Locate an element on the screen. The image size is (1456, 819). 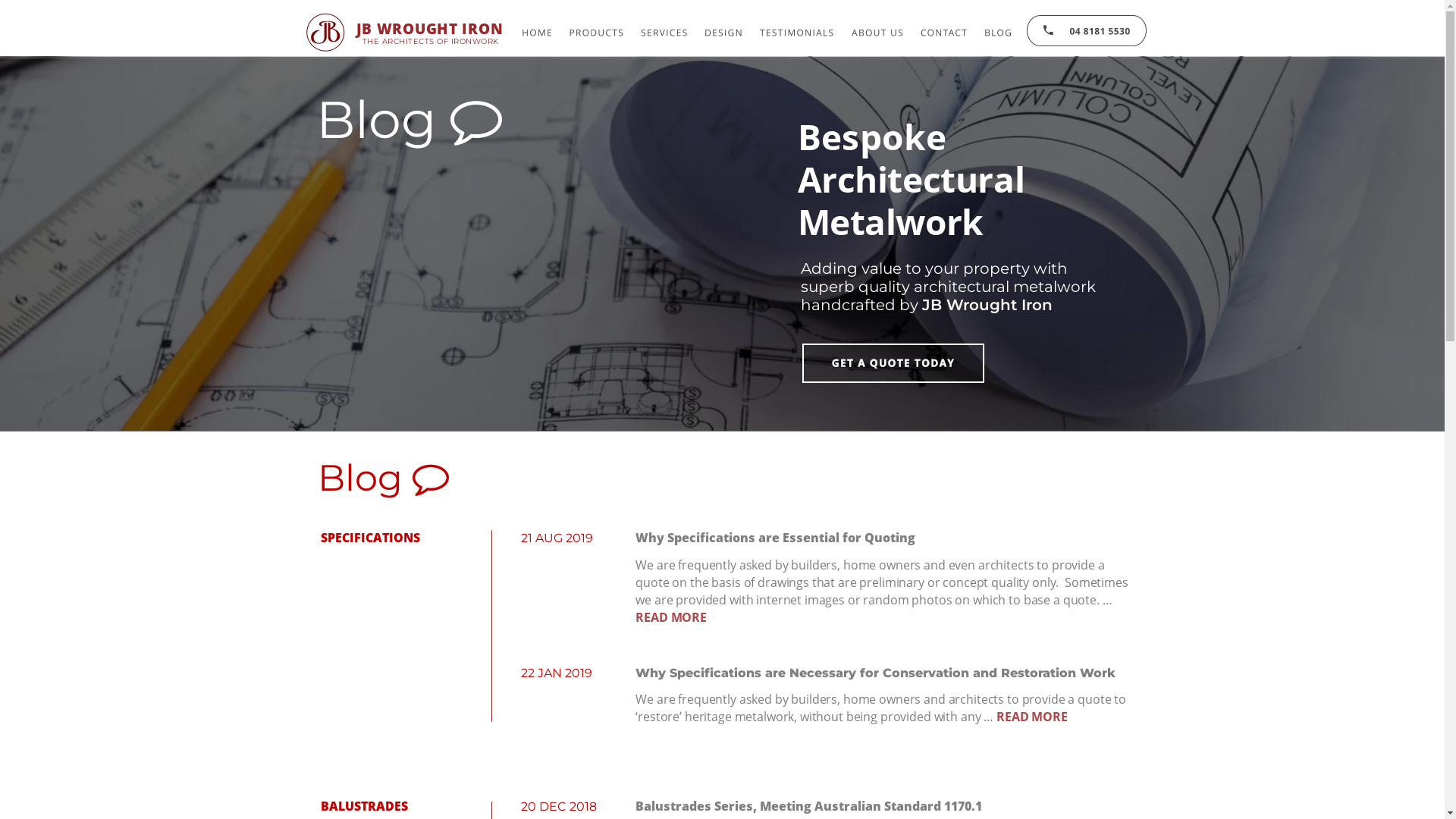
'READ MORE' is located at coordinates (670, 617).